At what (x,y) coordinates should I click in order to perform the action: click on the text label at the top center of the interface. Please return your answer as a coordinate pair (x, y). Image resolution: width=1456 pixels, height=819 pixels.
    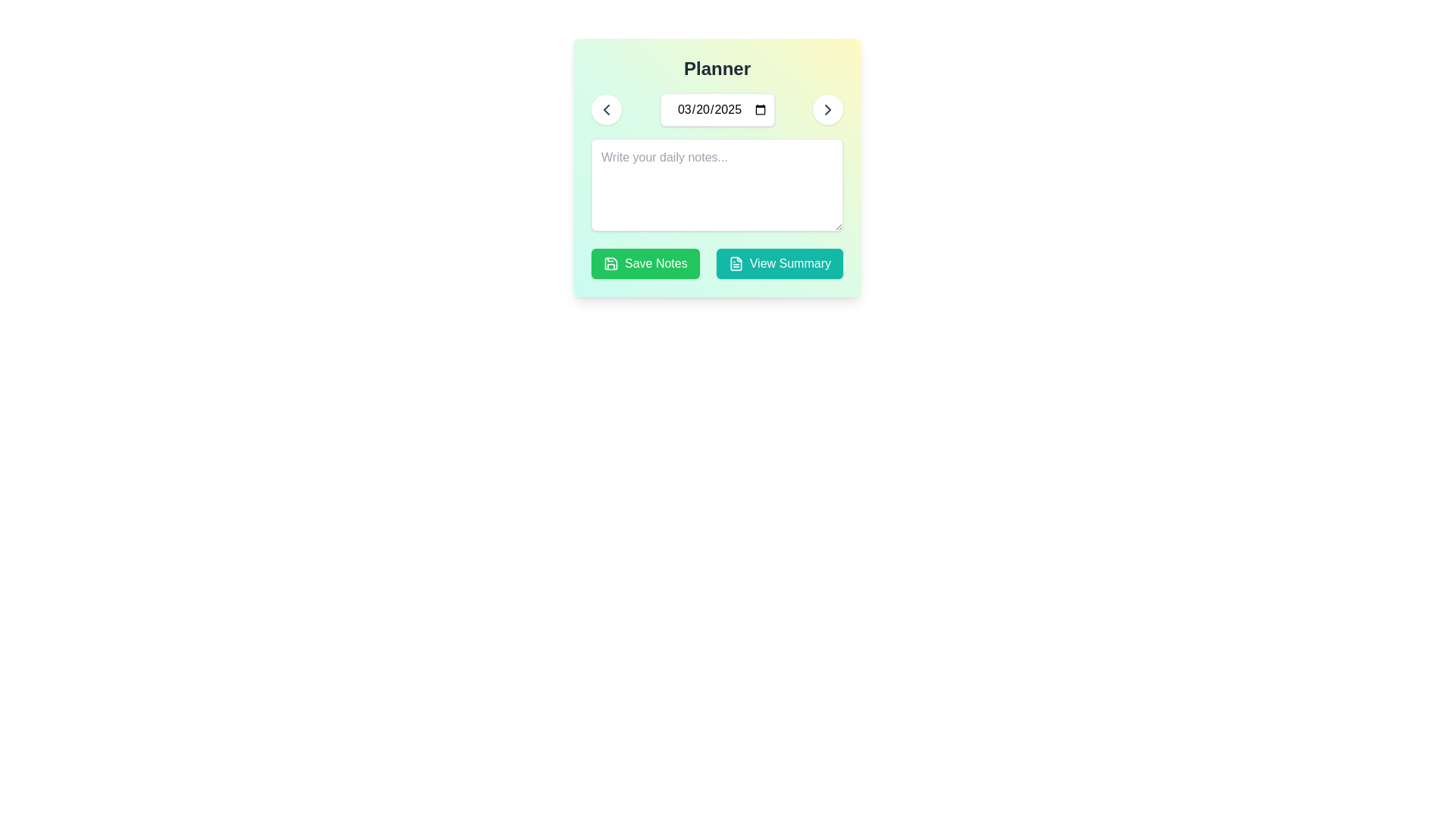
    Looking at the image, I should click on (716, 69).